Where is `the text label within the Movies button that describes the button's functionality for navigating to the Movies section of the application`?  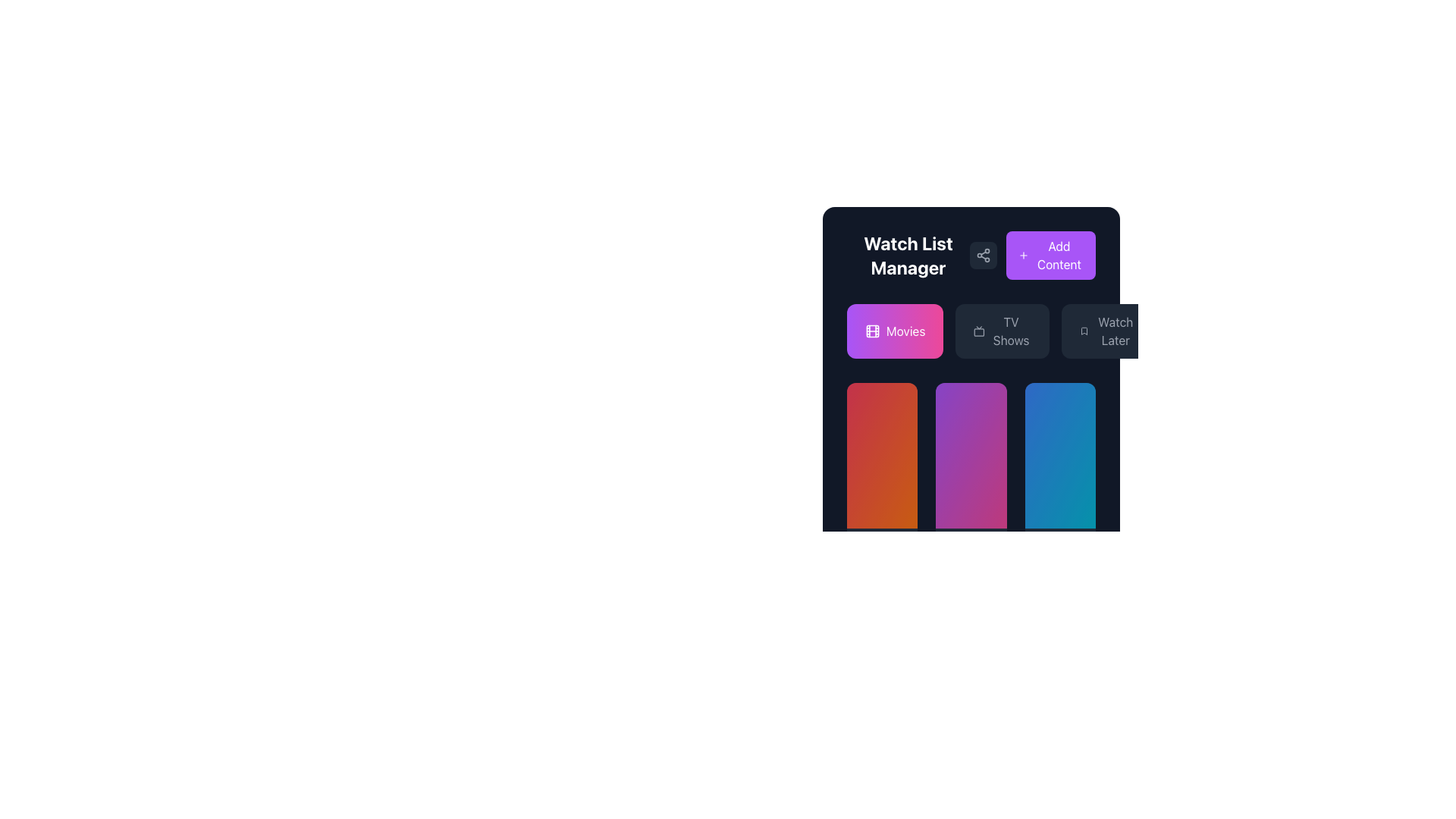
the text label within the Movies button that describes the button's functionality for navigating to the Movies section of the application is located at coordinates (905, 330).